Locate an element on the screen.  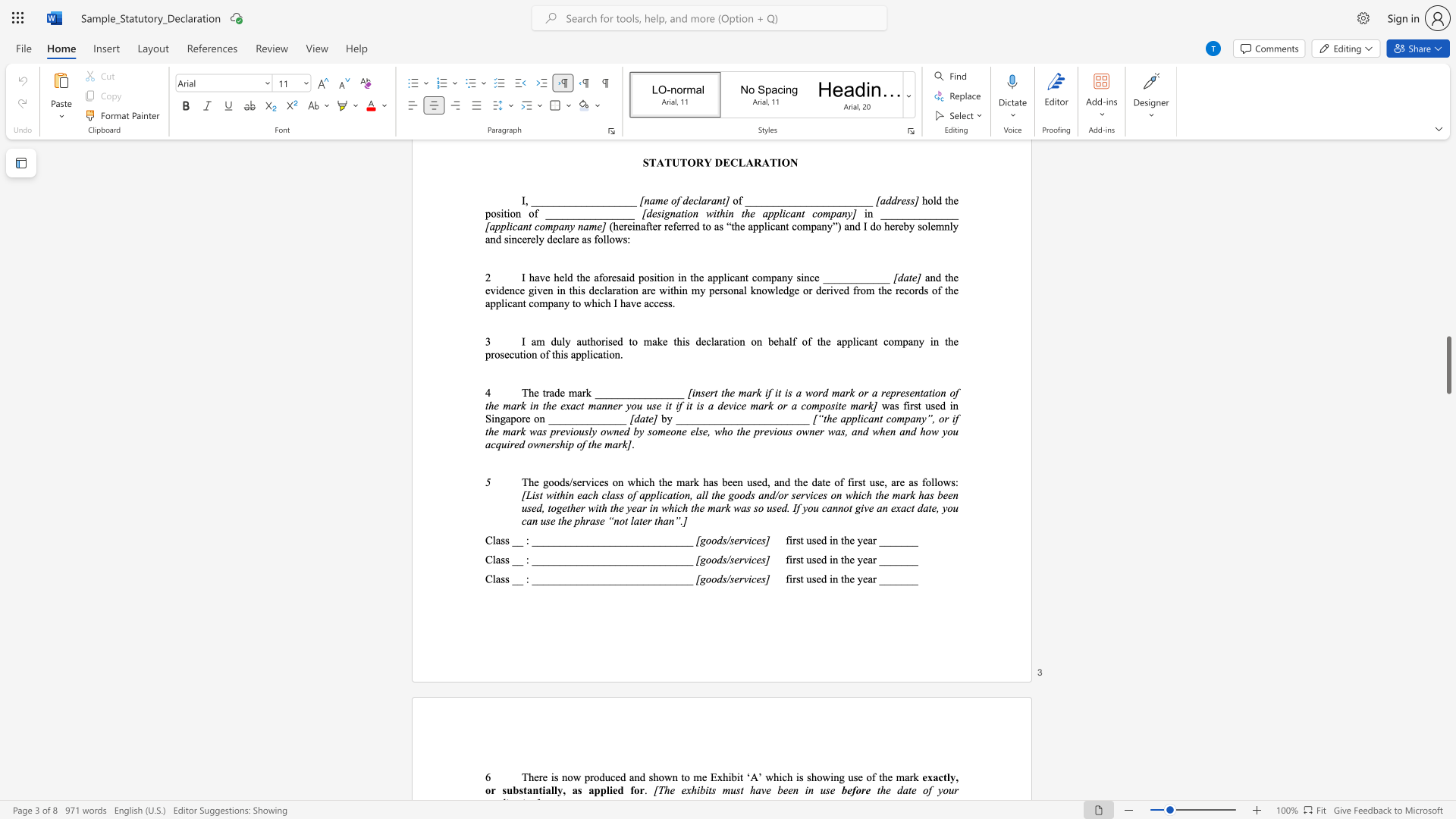
the scrollbar to move the page upward is located at coordinates (1448, 281).